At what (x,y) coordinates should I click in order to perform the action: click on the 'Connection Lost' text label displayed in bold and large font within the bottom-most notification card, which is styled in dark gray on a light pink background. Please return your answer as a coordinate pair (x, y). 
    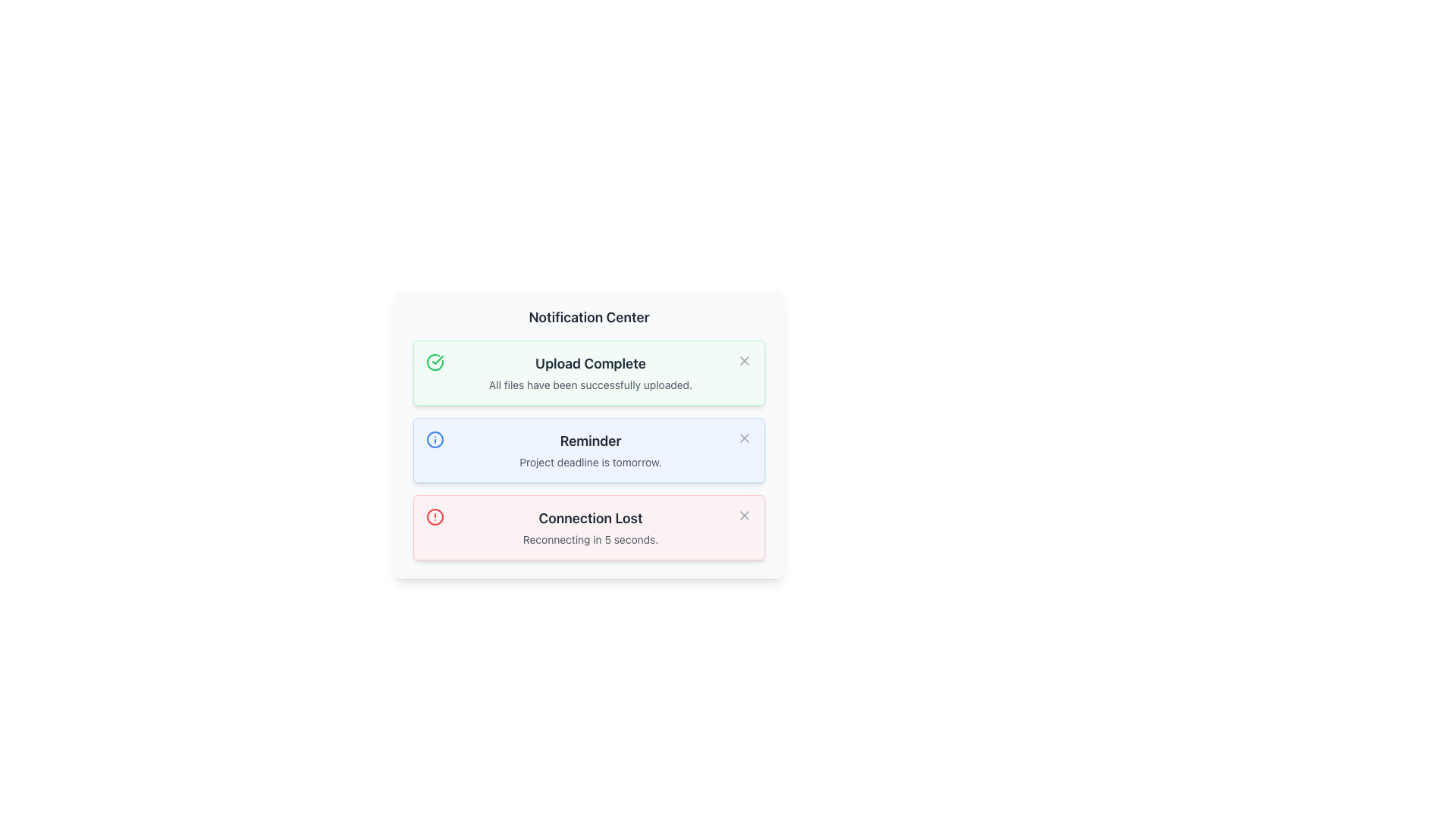
    Looking at the image, I should click on (589, 517).